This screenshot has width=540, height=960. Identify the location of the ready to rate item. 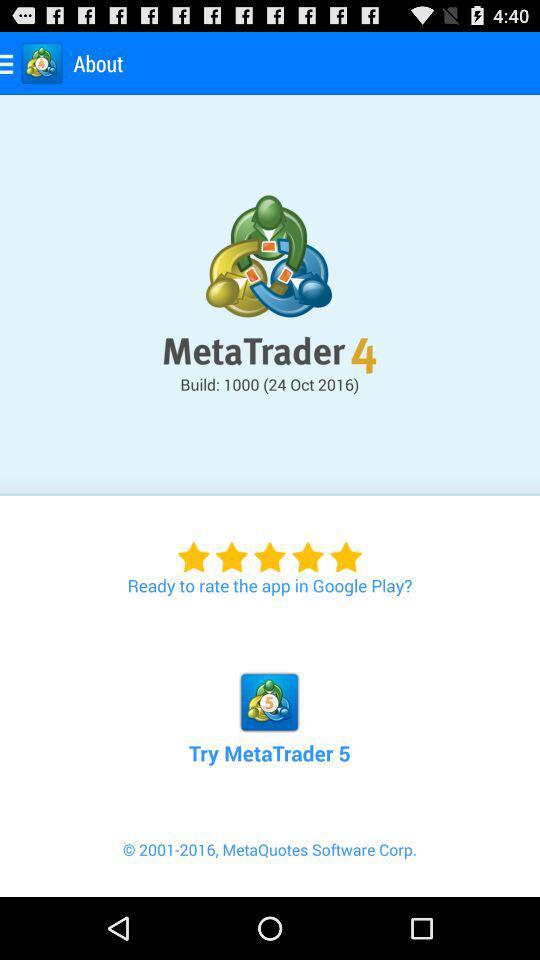
(270, 546).